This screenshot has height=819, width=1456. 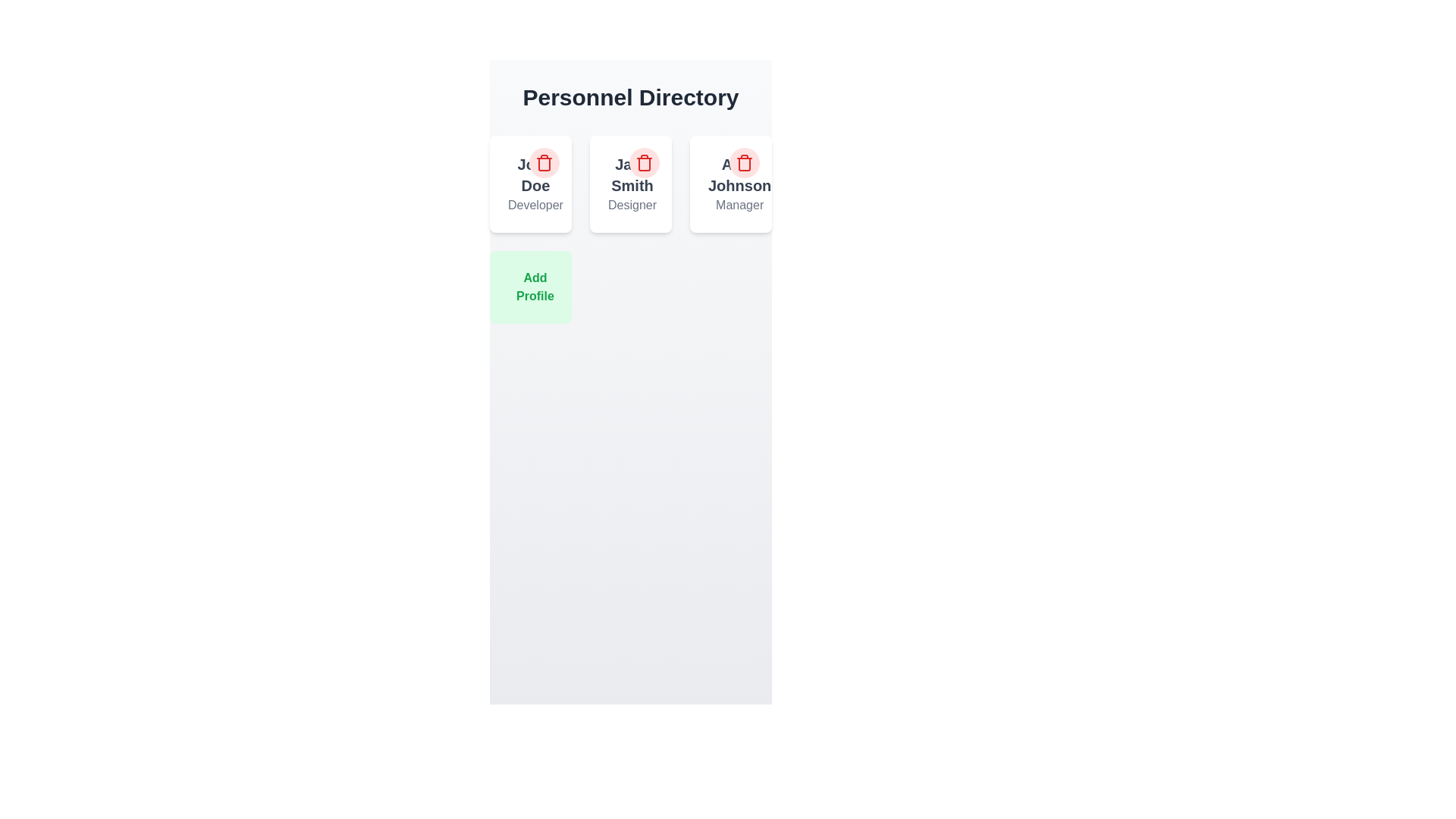 I want to click on the delete button located in the top-right corner of Alice Johnson's profile card, so click(x=745, y=163).